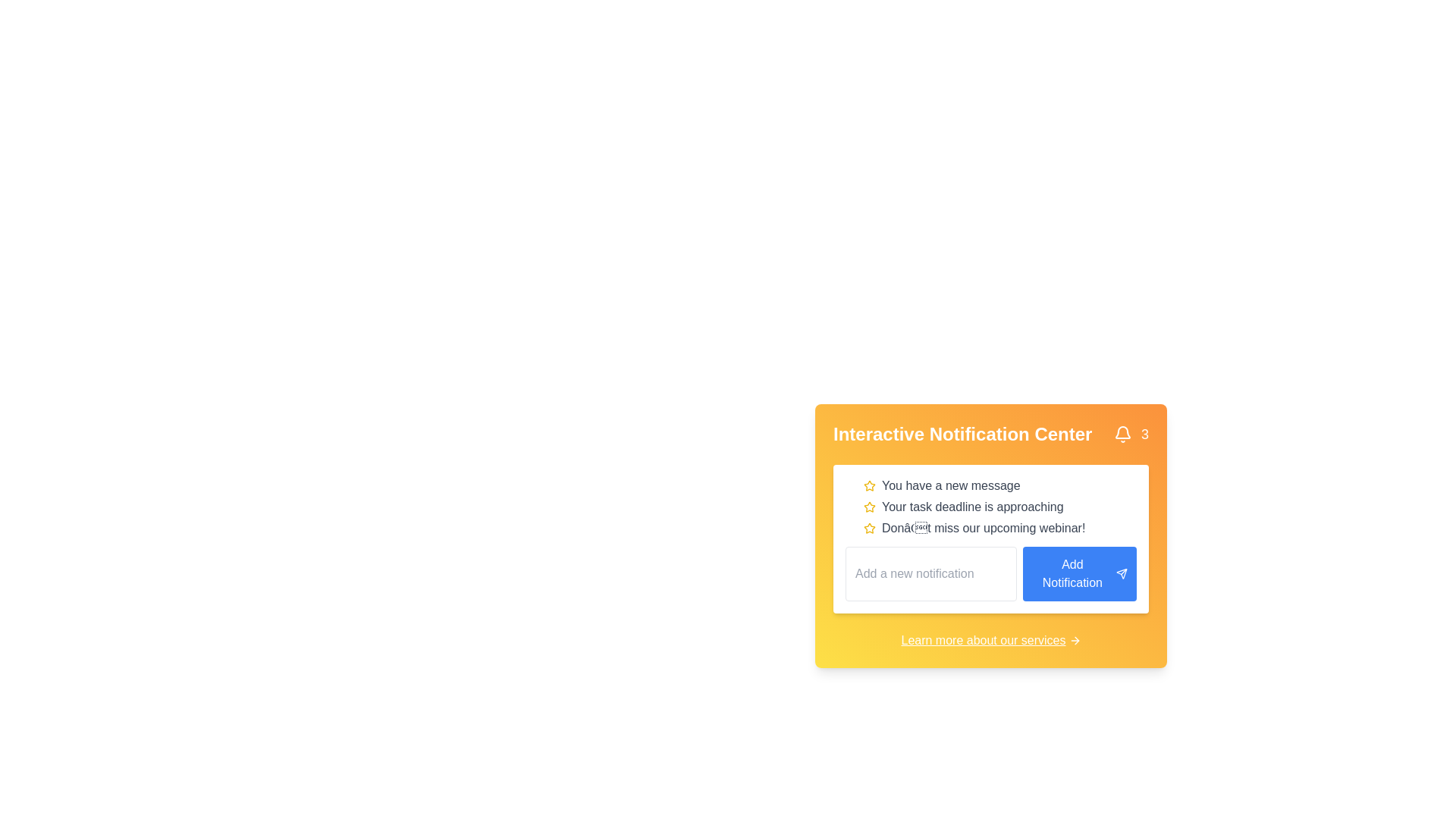 This screenshot has height=819, width=1456. Describe the element at coordinates (1122, 573) in the screenshot. I see `the notification submission icon located at the top-right corner of the 'Add Notification' button` at that location.